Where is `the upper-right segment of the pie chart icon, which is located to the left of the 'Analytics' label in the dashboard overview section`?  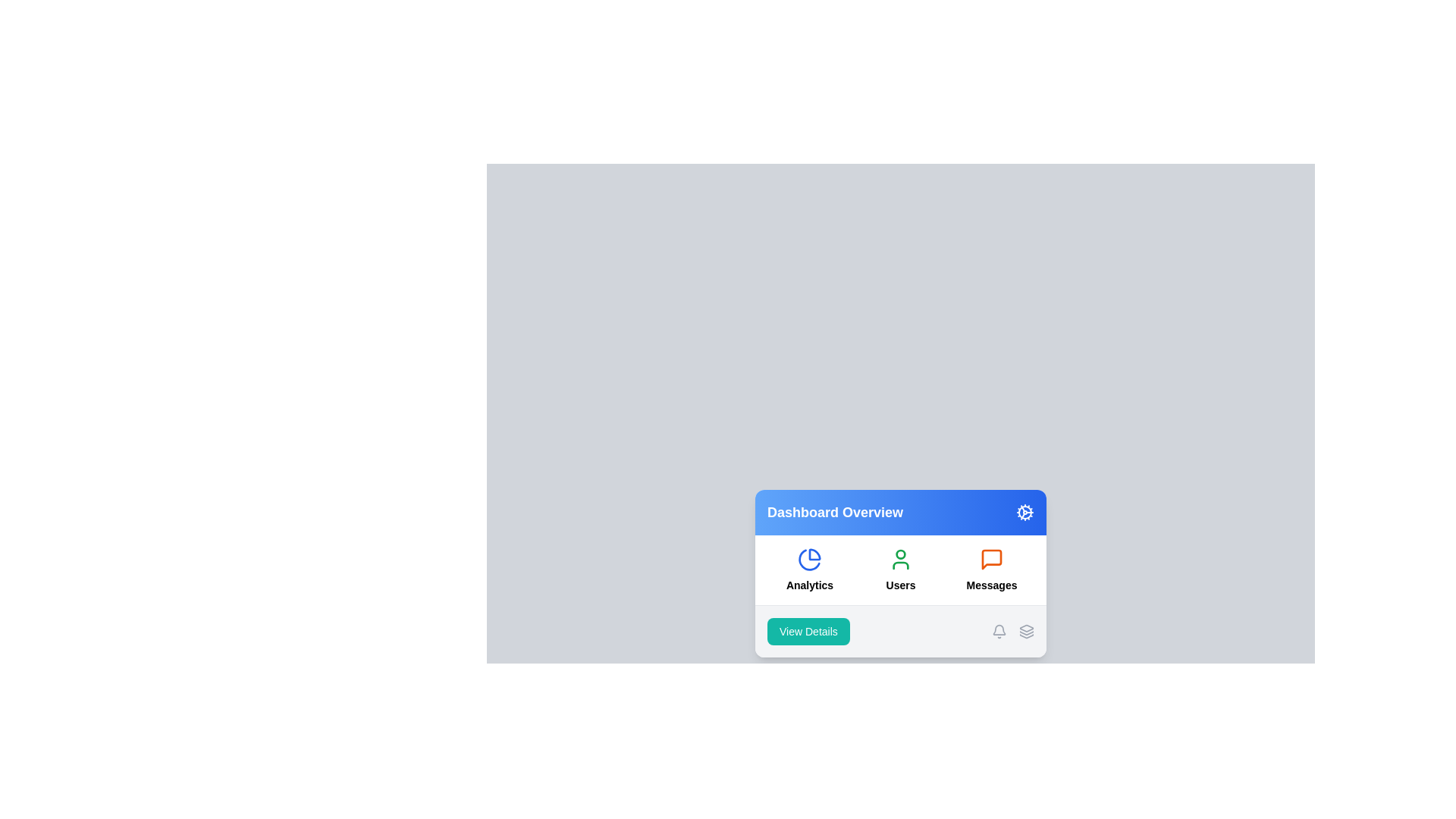 the upper-right segment of the pie chart icon, which is located to the left of the 'Analytics' label in the dashboard overview section is located at coordinates (814, 554).